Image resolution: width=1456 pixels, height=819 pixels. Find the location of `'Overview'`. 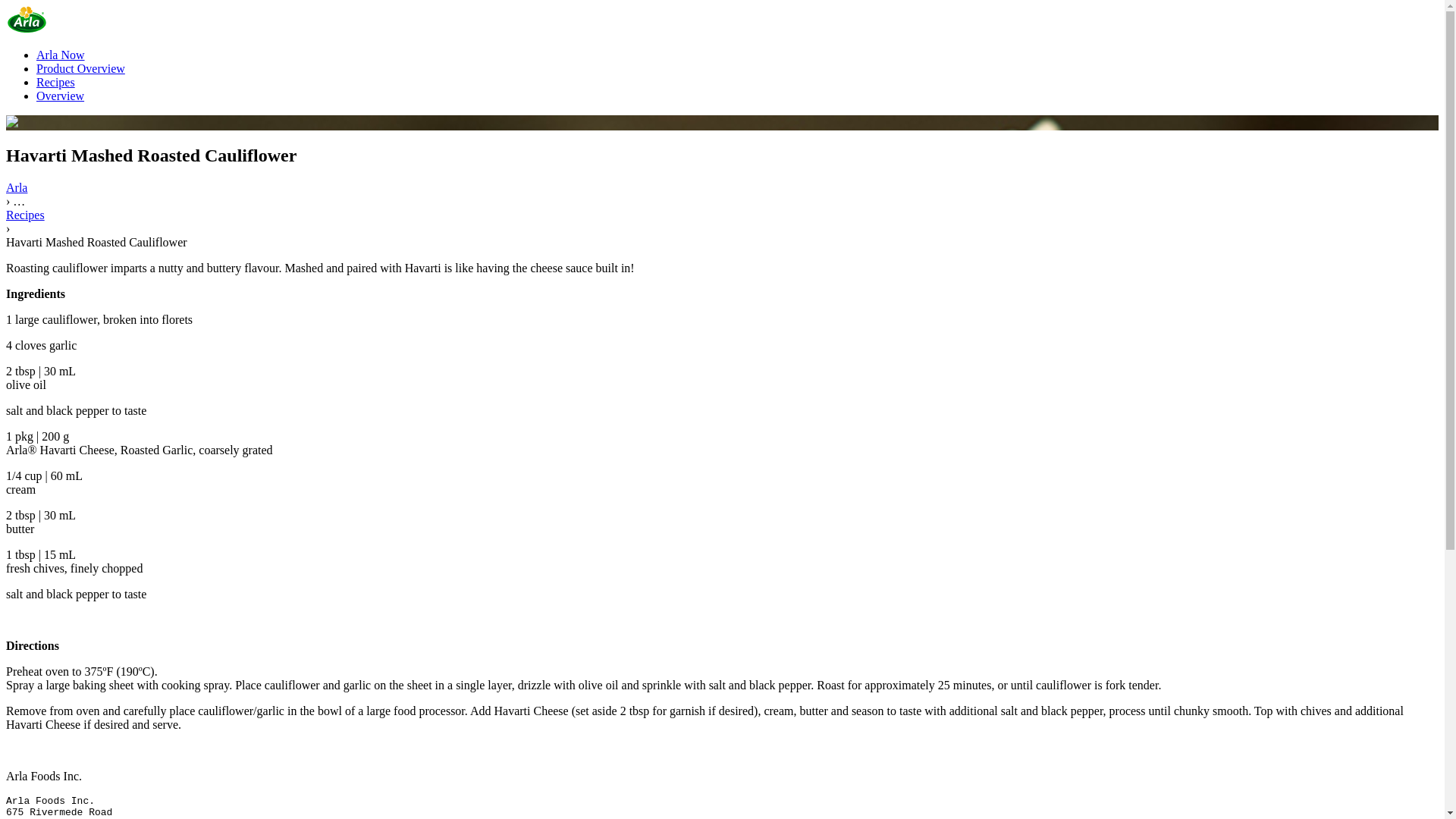

'Overview' is located at coordinates (60, 96).